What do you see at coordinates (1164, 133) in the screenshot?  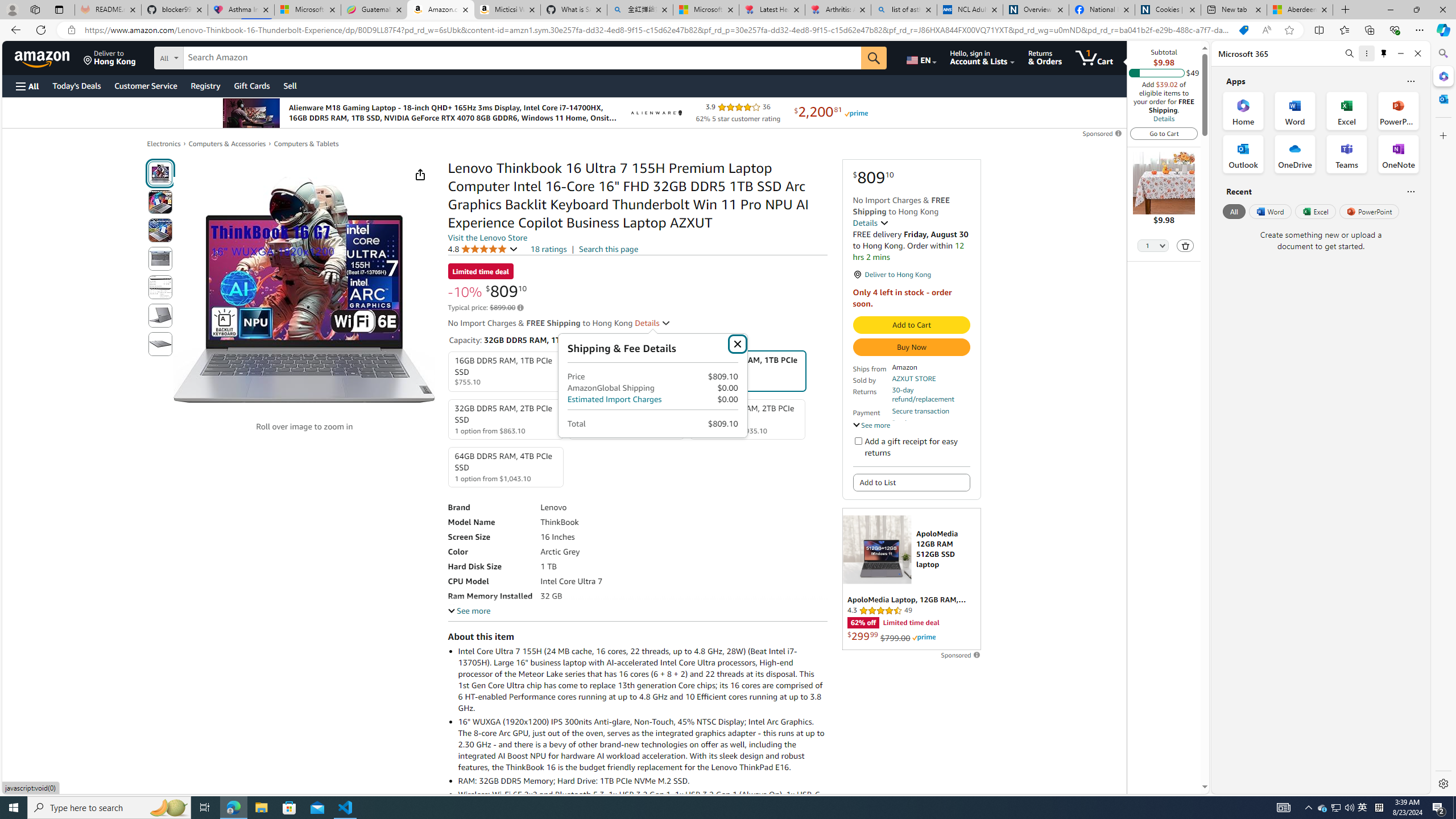 I see `'Go to Cart'` at bounding box center [1164, 133].